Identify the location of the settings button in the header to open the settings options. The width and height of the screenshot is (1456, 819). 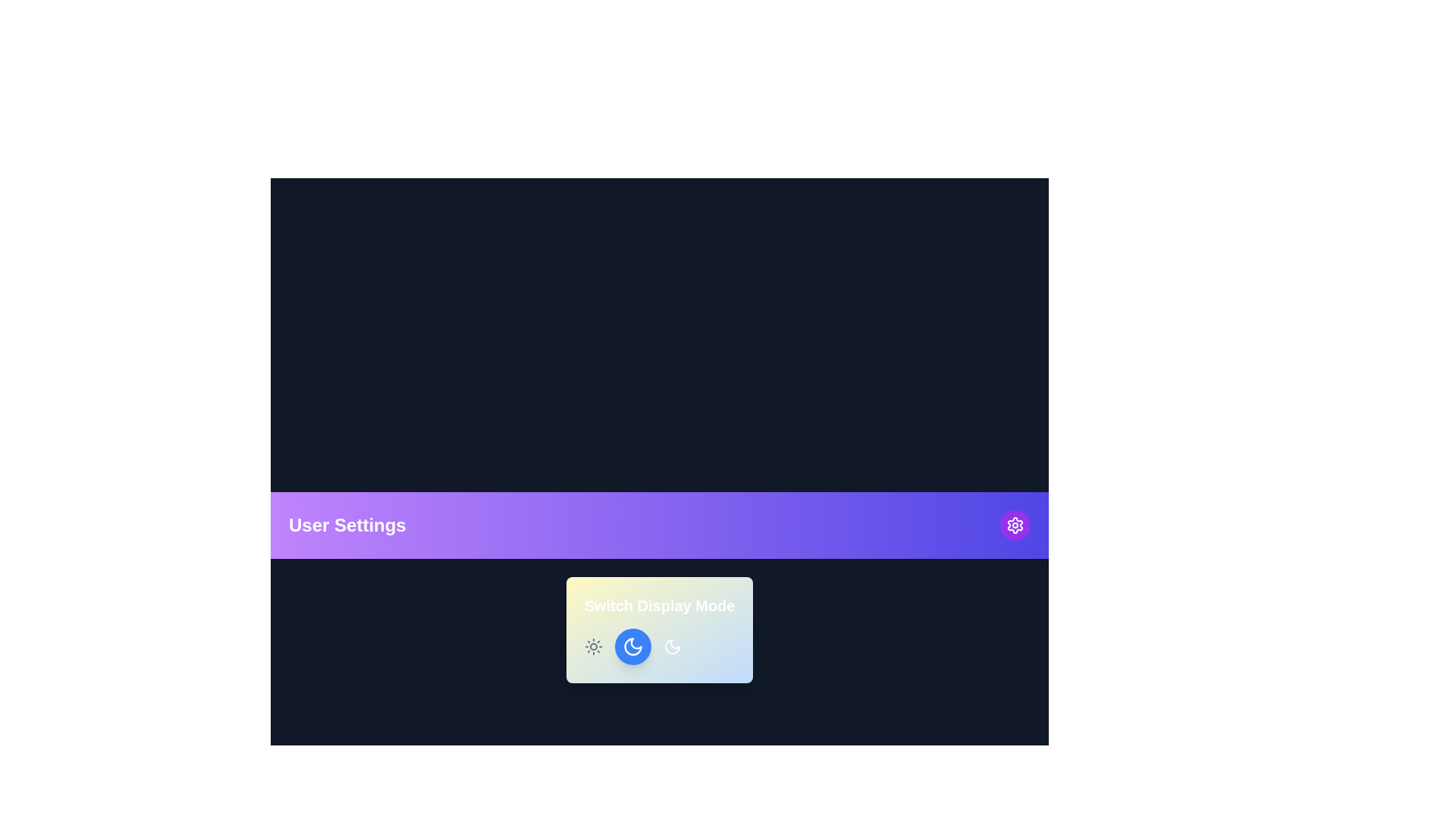
(1015, 525).